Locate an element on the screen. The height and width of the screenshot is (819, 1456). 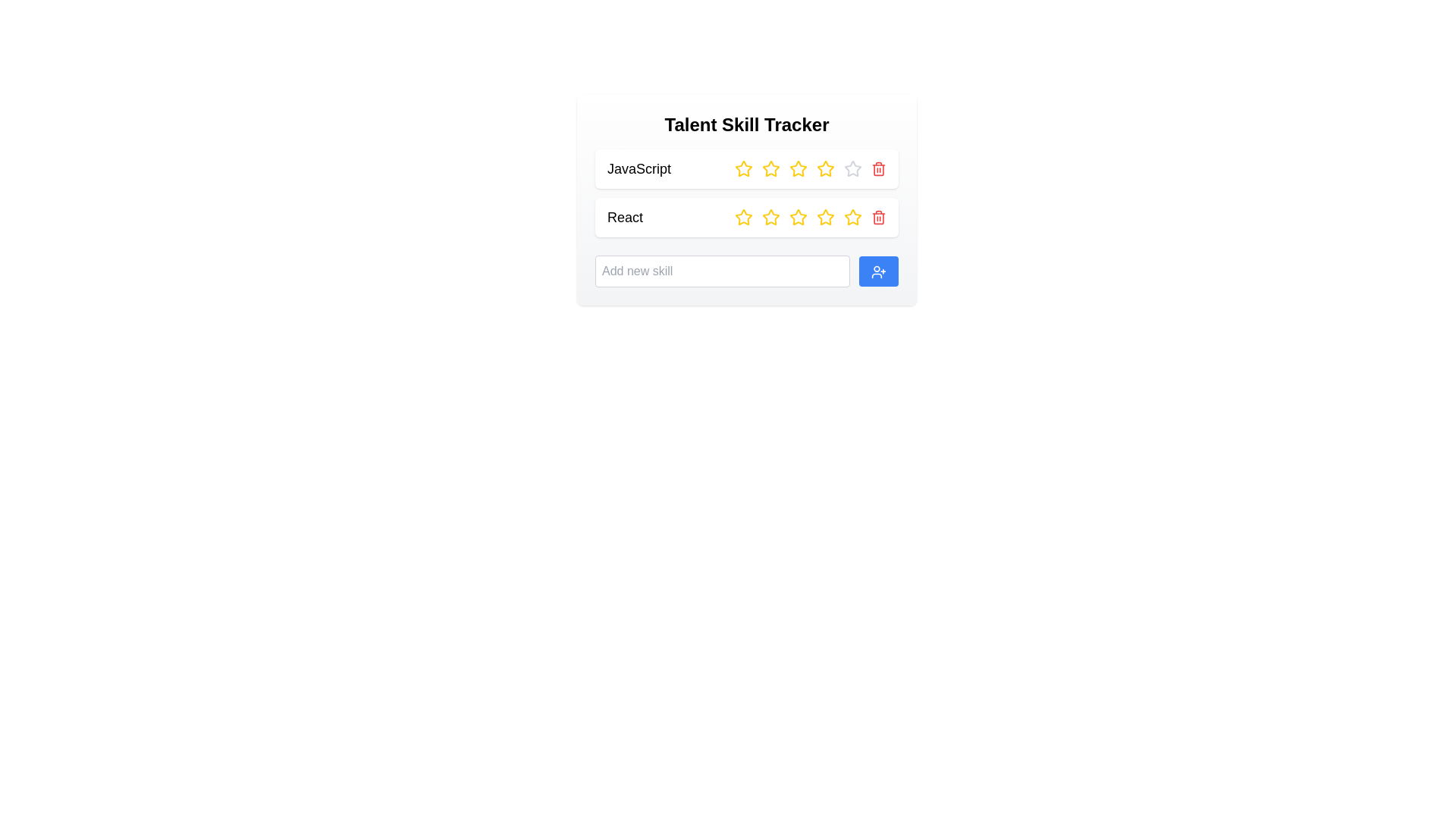
the stars in the Rating interface located in the second row under the 'React' skill label to modify the rating is located at coordinates (810, 217).